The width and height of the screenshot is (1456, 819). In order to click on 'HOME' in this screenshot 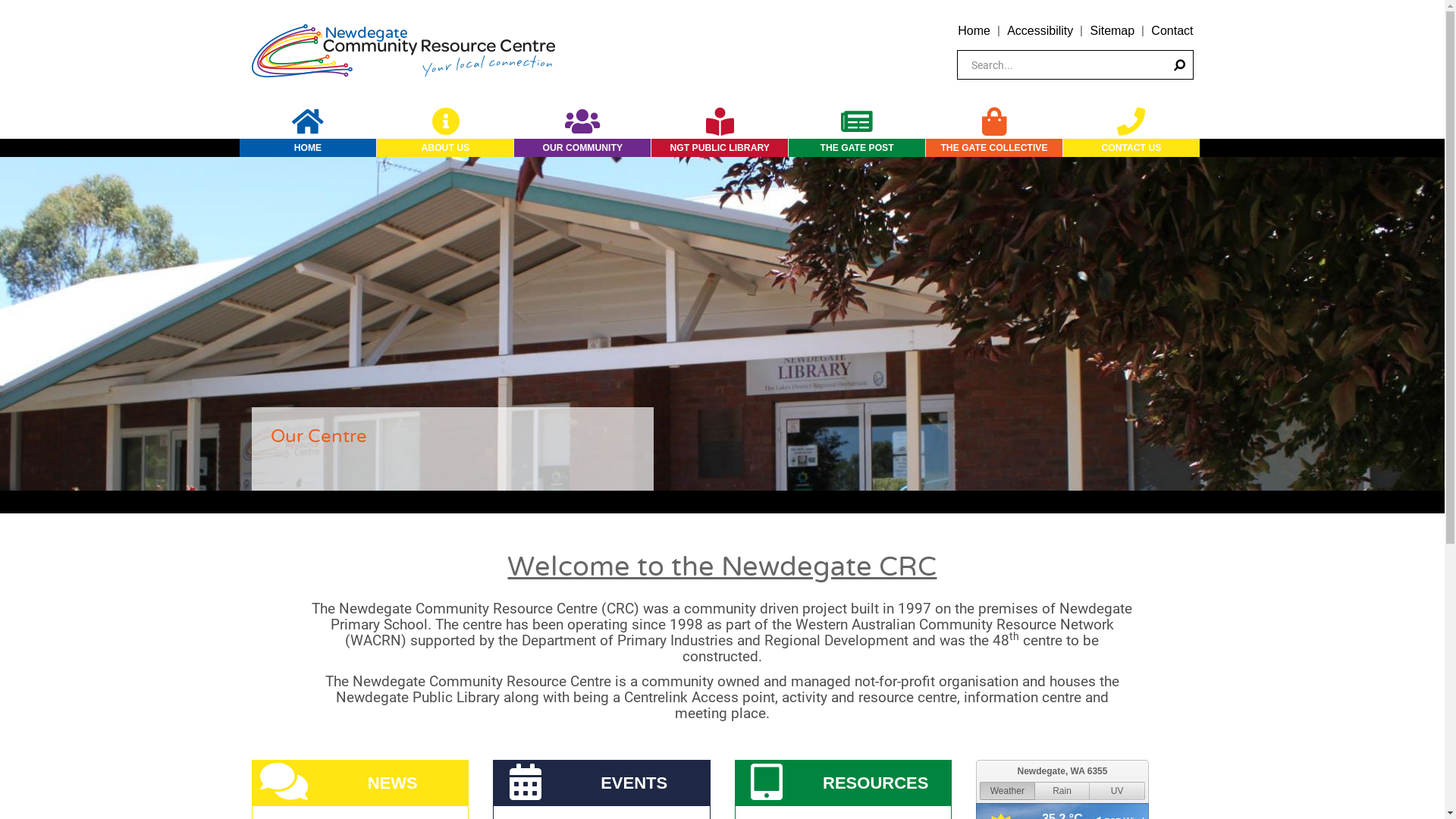, I will do `click(307, 148)`.